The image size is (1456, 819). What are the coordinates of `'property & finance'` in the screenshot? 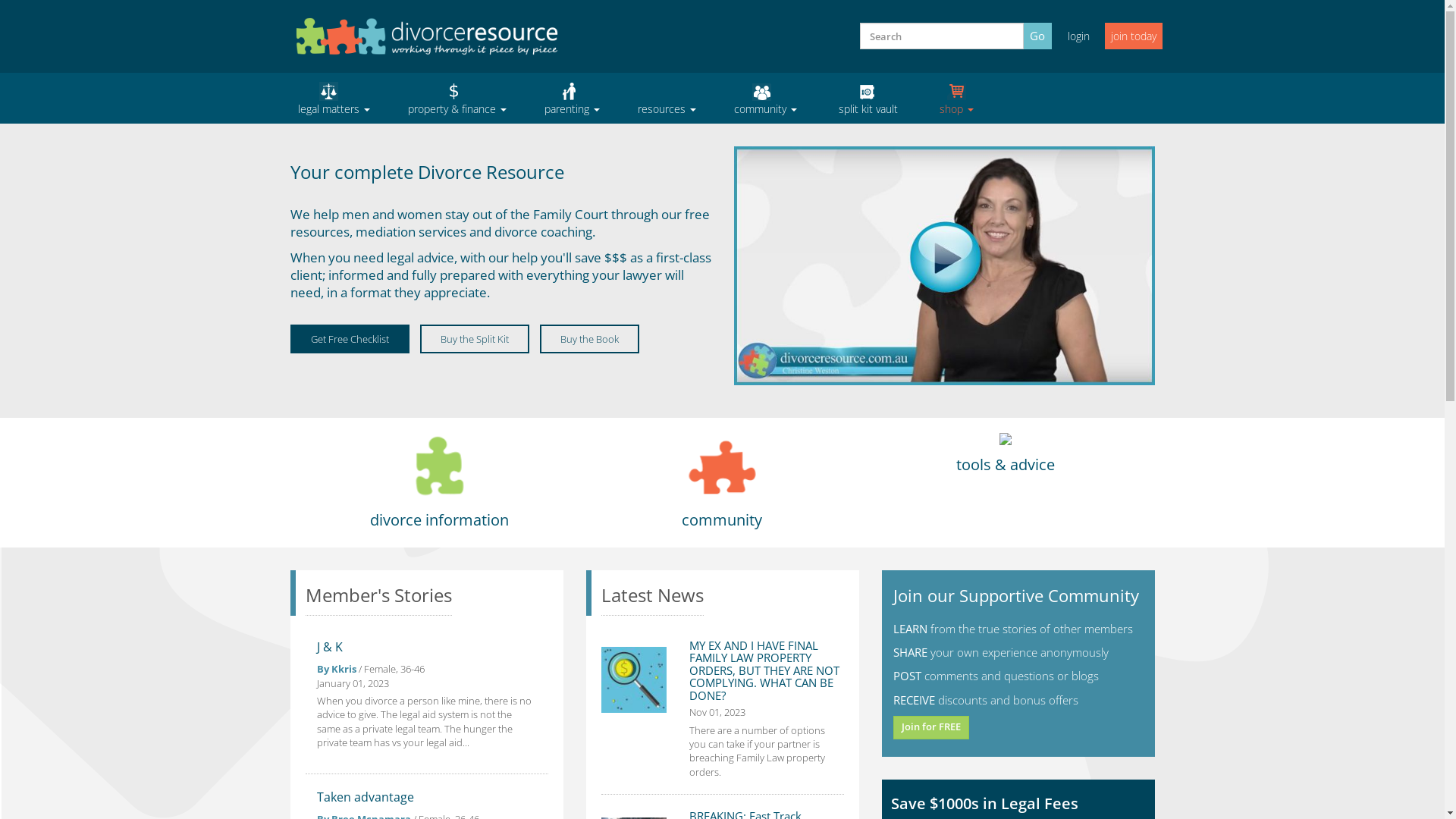 It's located at (388, 98).